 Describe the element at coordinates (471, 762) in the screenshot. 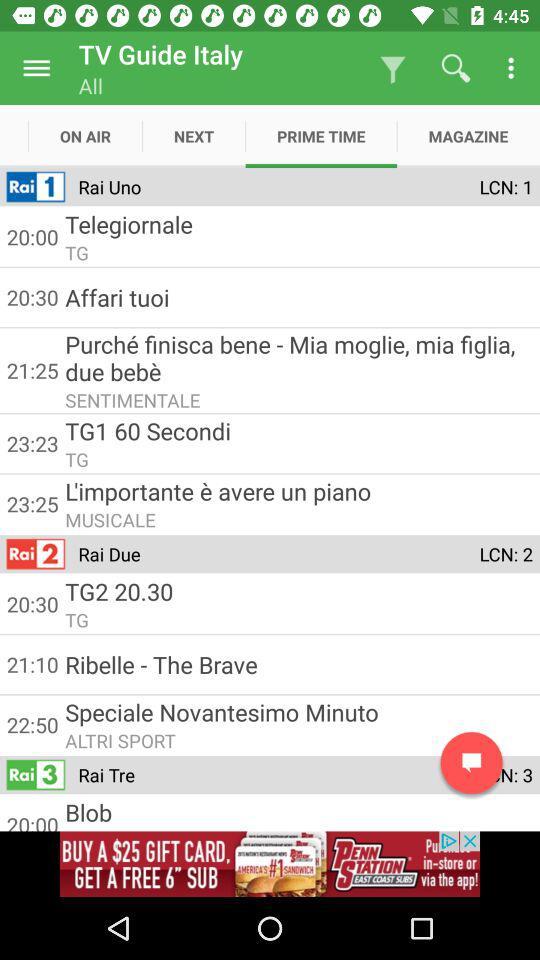

I see `show text chat` at that location.